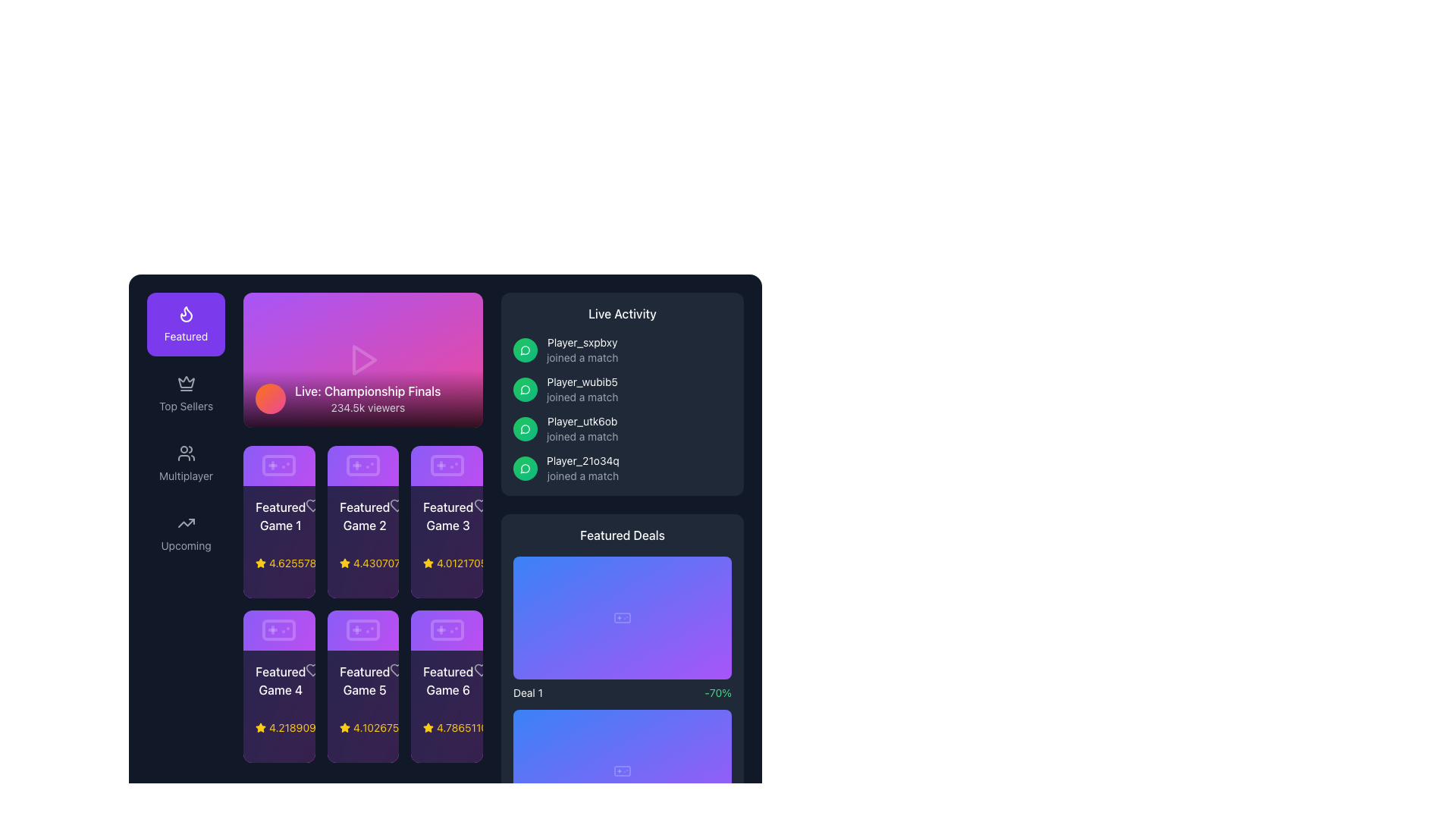 Image resolution: width=1456 pixels, height=819 pixels. Describe the element at coordinates (344, 727) in the screenshot. I see `the star icon with a yellow fill and outline, which indicates a rating, located next to the numerical rating '4.10' for 'Featured Game 5'` at that location.